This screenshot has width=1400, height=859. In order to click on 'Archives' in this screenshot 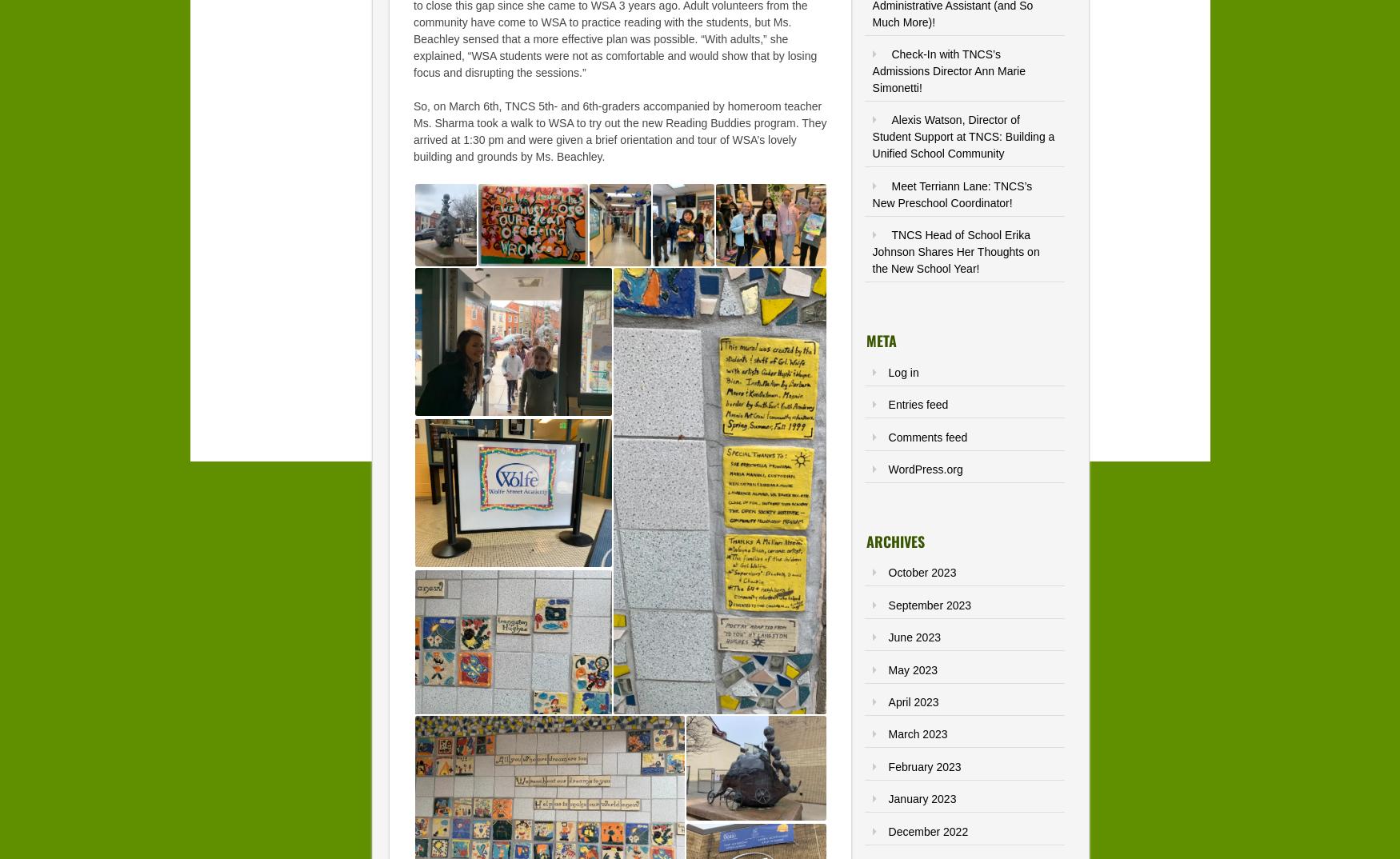, I will do `click(894, 541)`.